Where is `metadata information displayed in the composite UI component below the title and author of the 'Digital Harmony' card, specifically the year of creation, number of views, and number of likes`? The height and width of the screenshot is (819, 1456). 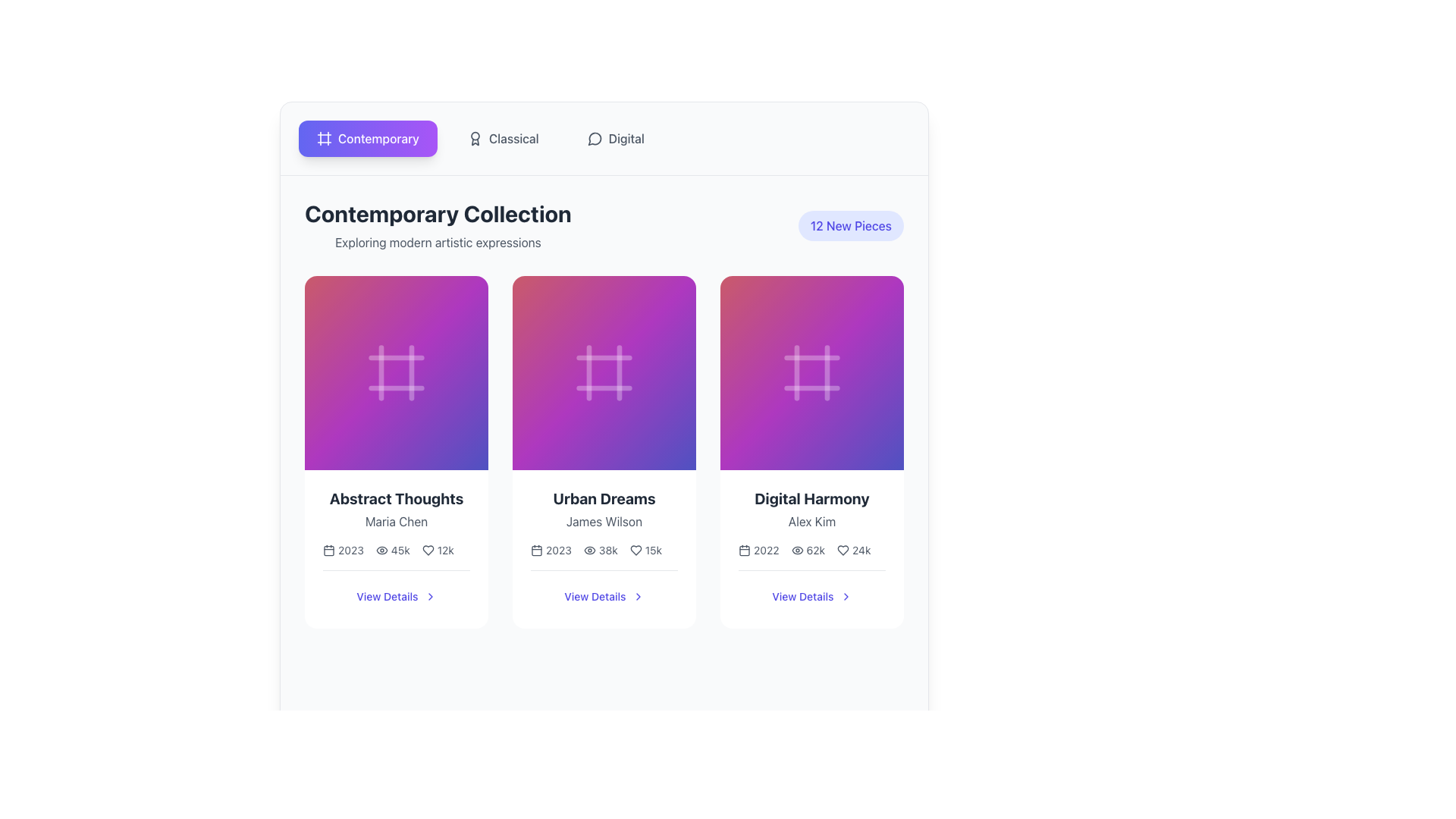 metadata information displayed in the composite UI component below the title and author of the 'Digital Harmony' card, specifically the year of creation, number of views, and number of likes is located at coordinates (811, 550).